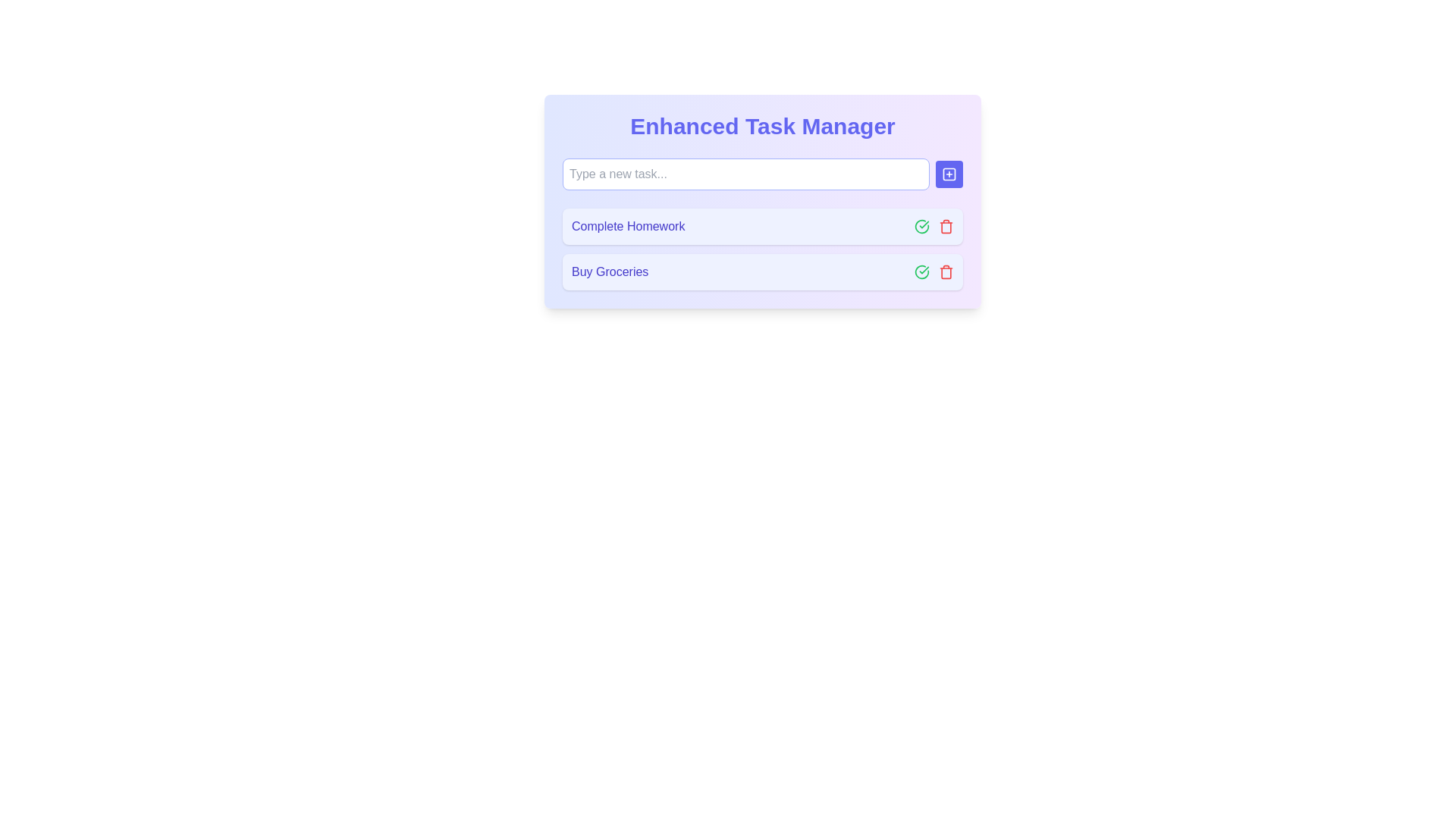  Describe the element at coordinates (763, 125) in the screenshot. I see `title 'Enhanced Task Manager' from the text label displayed in bold, large font with a gradient indigo color, centrally aligned within a gradient purple background` at that location.